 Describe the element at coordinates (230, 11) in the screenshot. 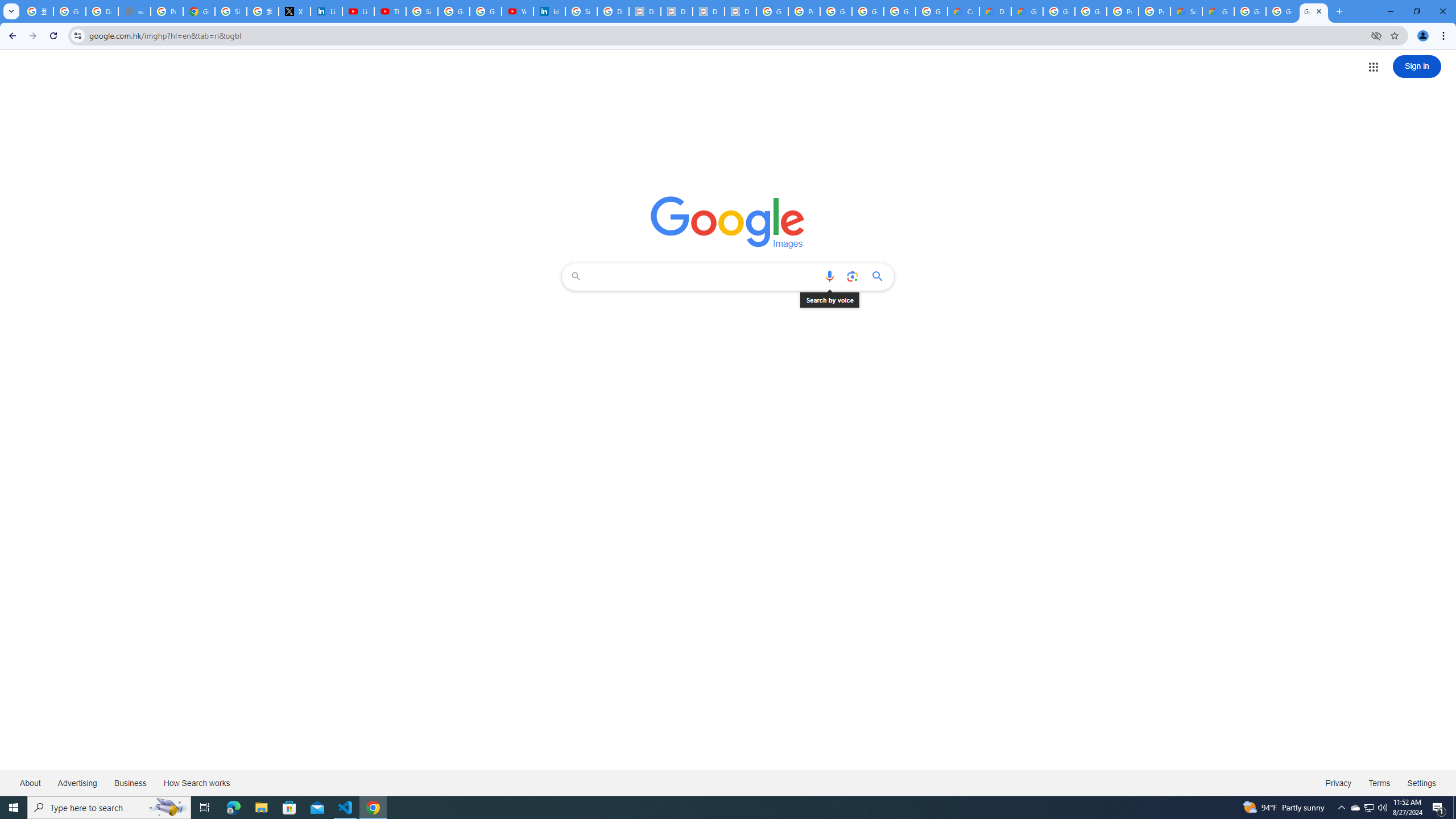

I see `'Sign in - Google Accounts'` at that location.